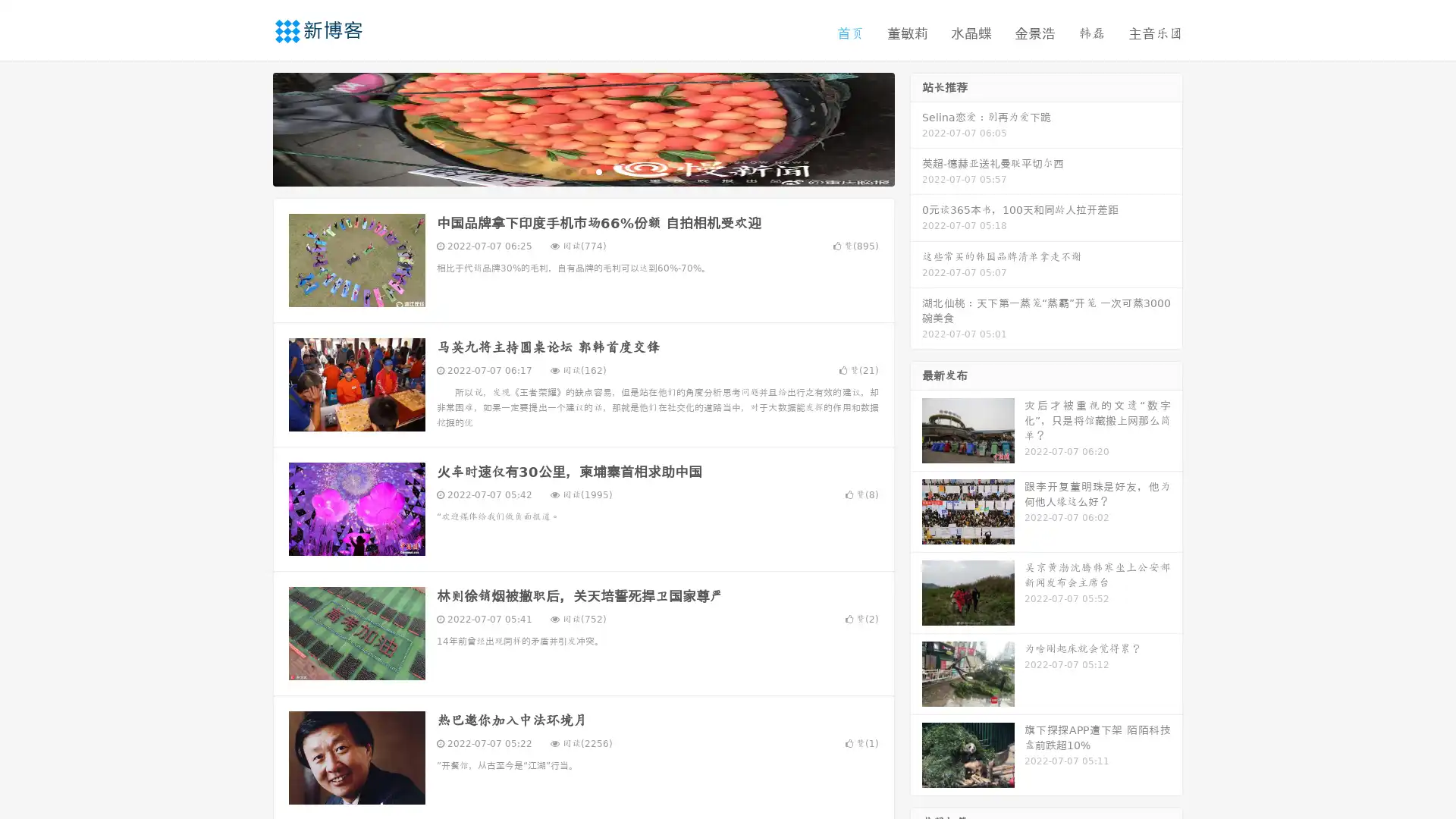  What do you see at coordinates (250, 127) in the screenshot?
I see `Previous slide` at bounding box center [250, 127].